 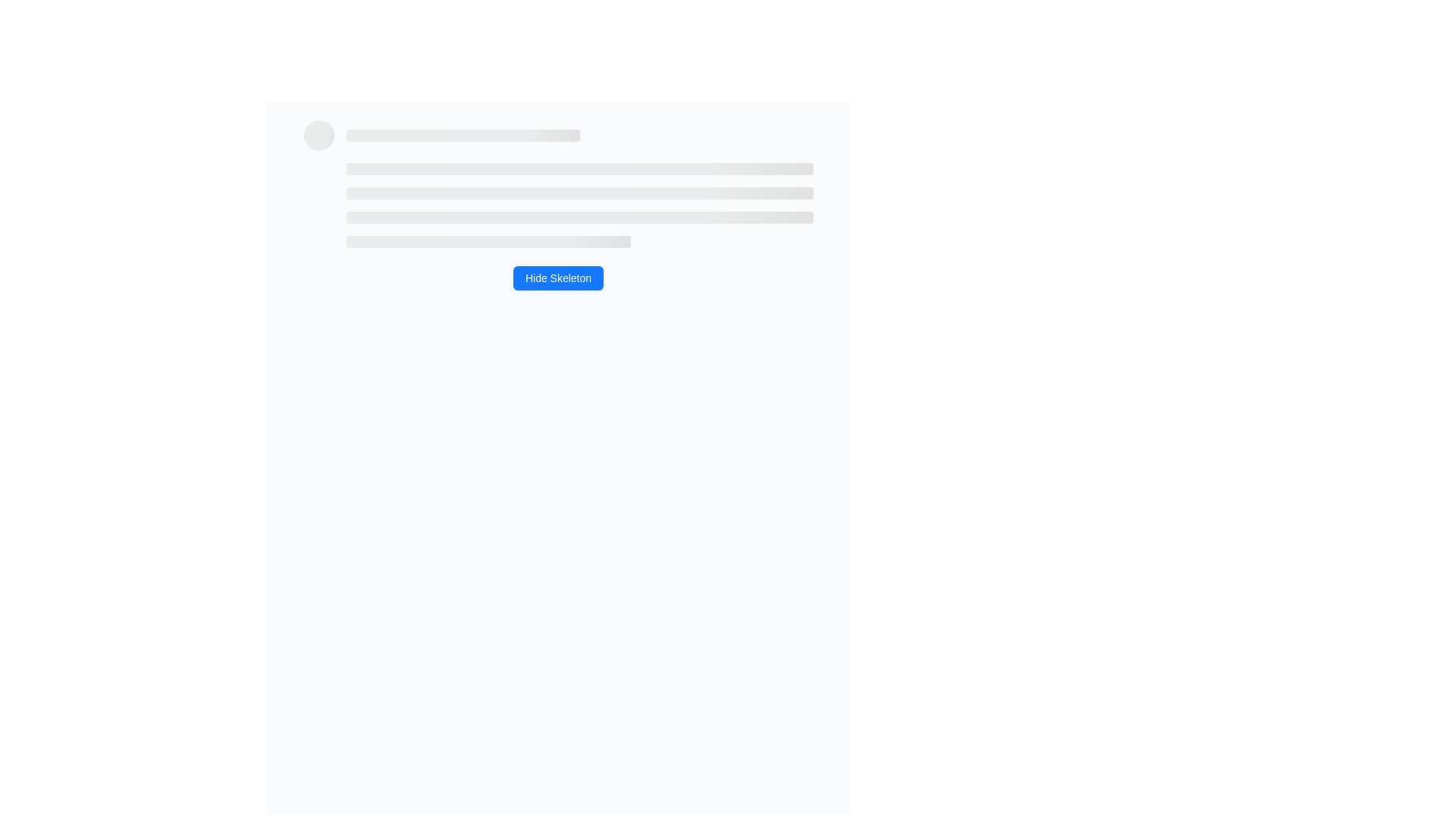 I want to click on the Skeleton loading placeholder, which is the third in a list of four vertically stacked placeholders, centrally positioned in the interface, so click(x=579, y=217).